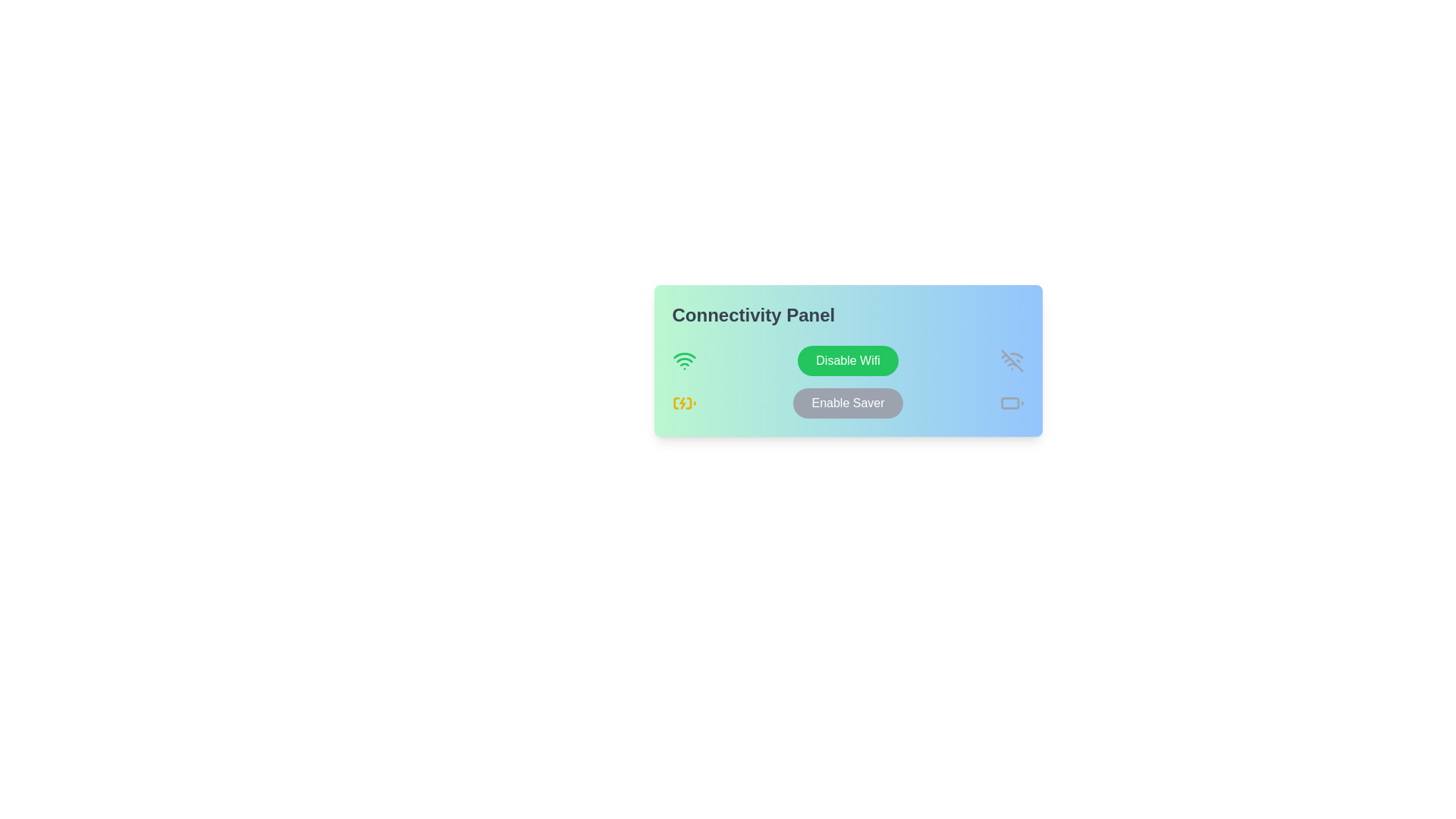 The image size is (1456, 819). What do you see at coordinates (683, 360) in the screenshot?
I see `the Wi-Fi connectivity status icon located in the 'Connectivity Panel' at the top-left section, beside the 'Disable Wifi' button` at bounding box center [683, 360].